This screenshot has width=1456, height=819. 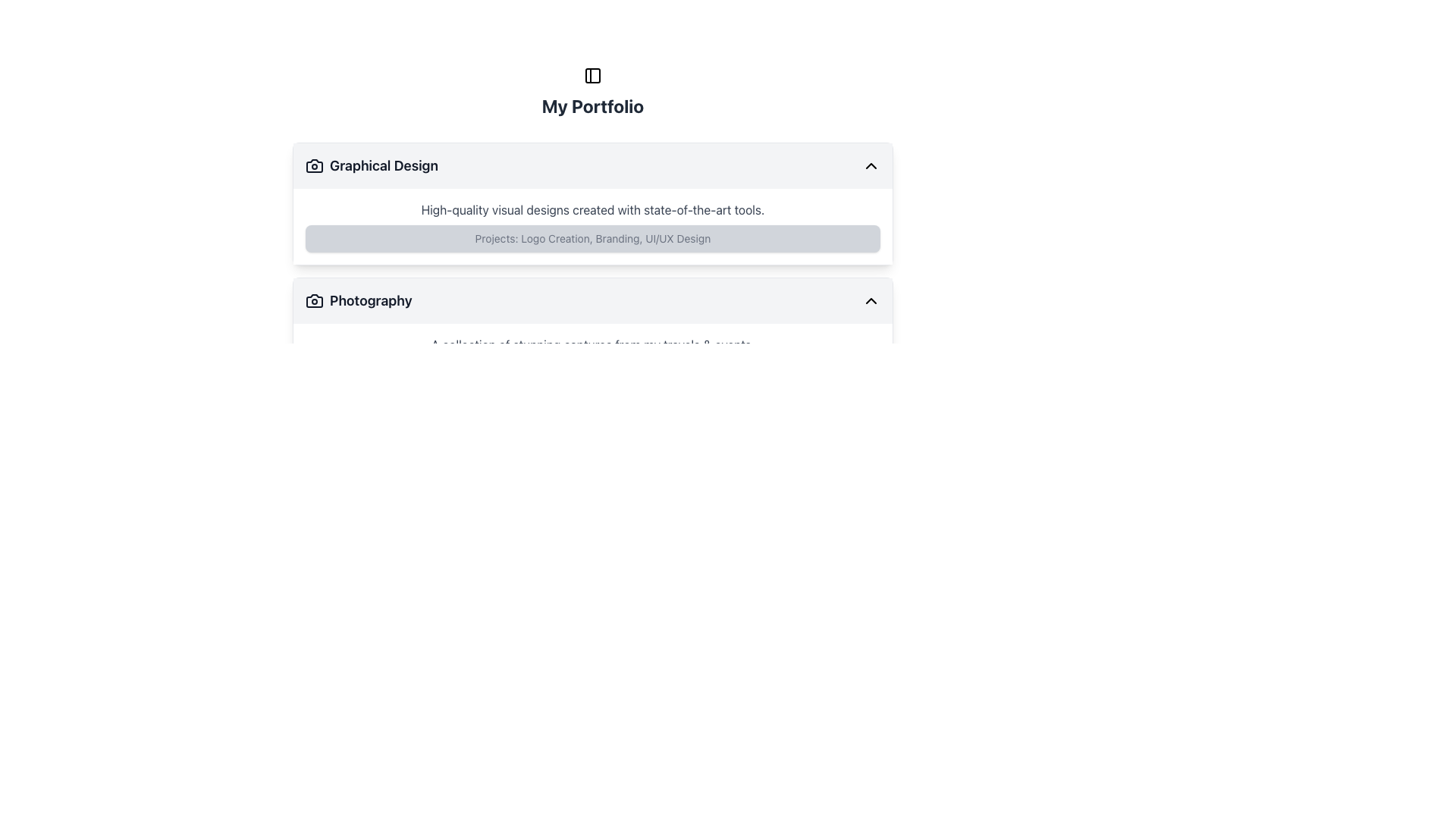 What do you see at coordinates (592, 105) in the screenshot?
I see `the Header element, which serves as the title or primary theme of the section and is positioned below a decorative icon` at bounding box center [592, 105].